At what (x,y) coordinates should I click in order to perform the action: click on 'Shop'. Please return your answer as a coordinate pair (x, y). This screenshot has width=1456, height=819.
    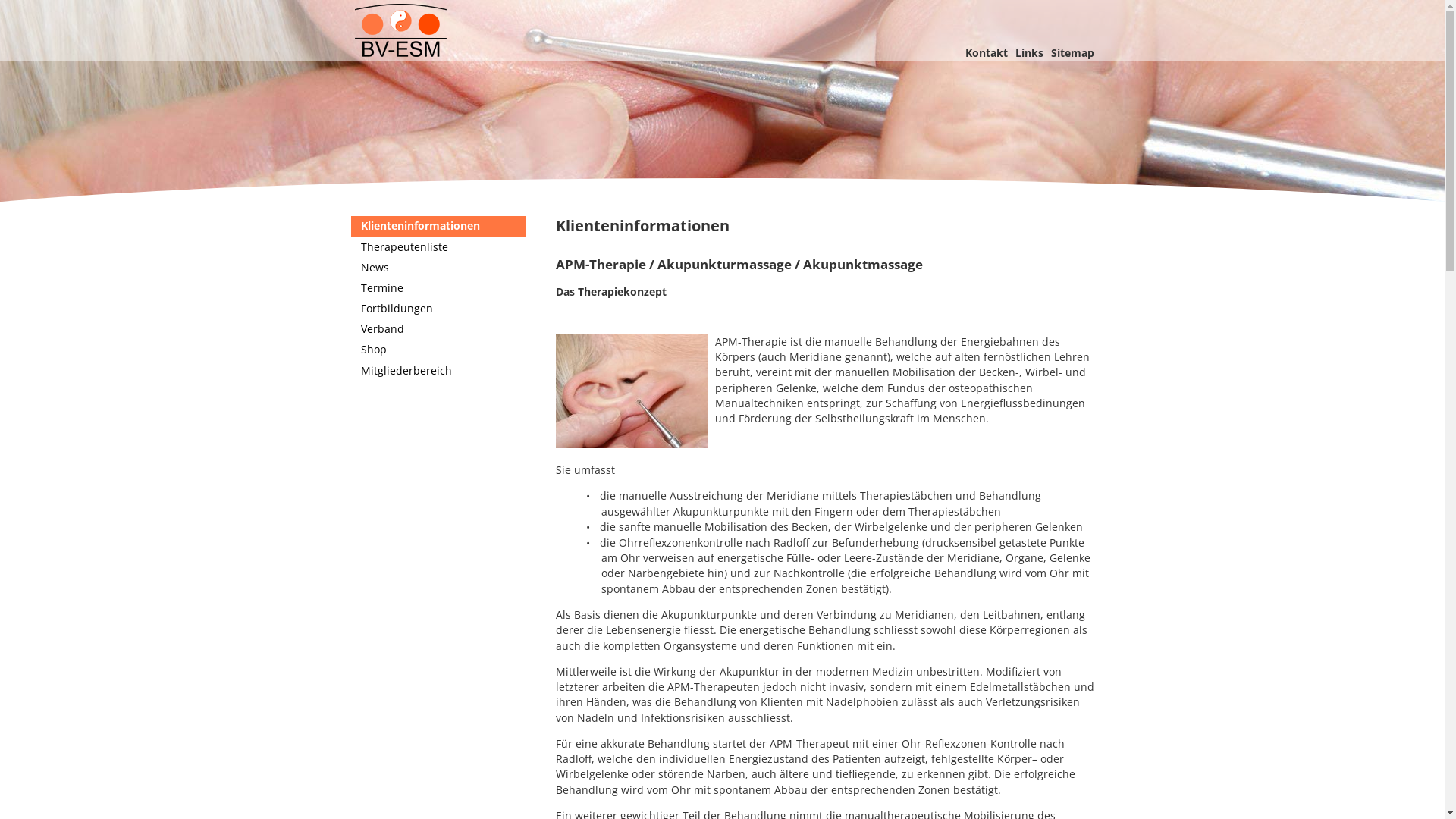
    Looking at the image, I should click on (436, 350).